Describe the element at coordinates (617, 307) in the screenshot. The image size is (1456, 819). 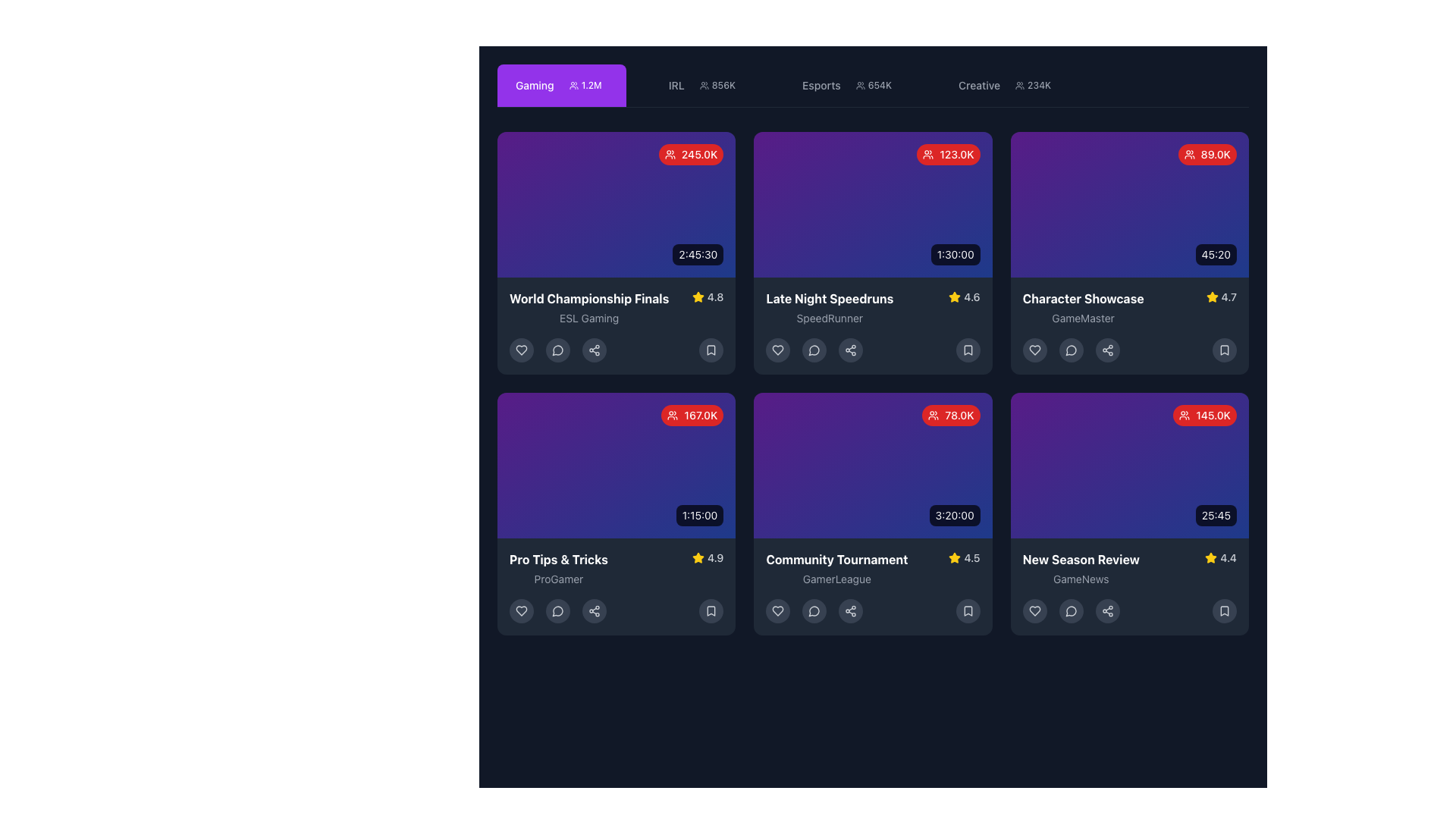
I see `the text element displaying 'World Championship Finals' with the accompanying gold star icon and rating '4.8'` at that location.